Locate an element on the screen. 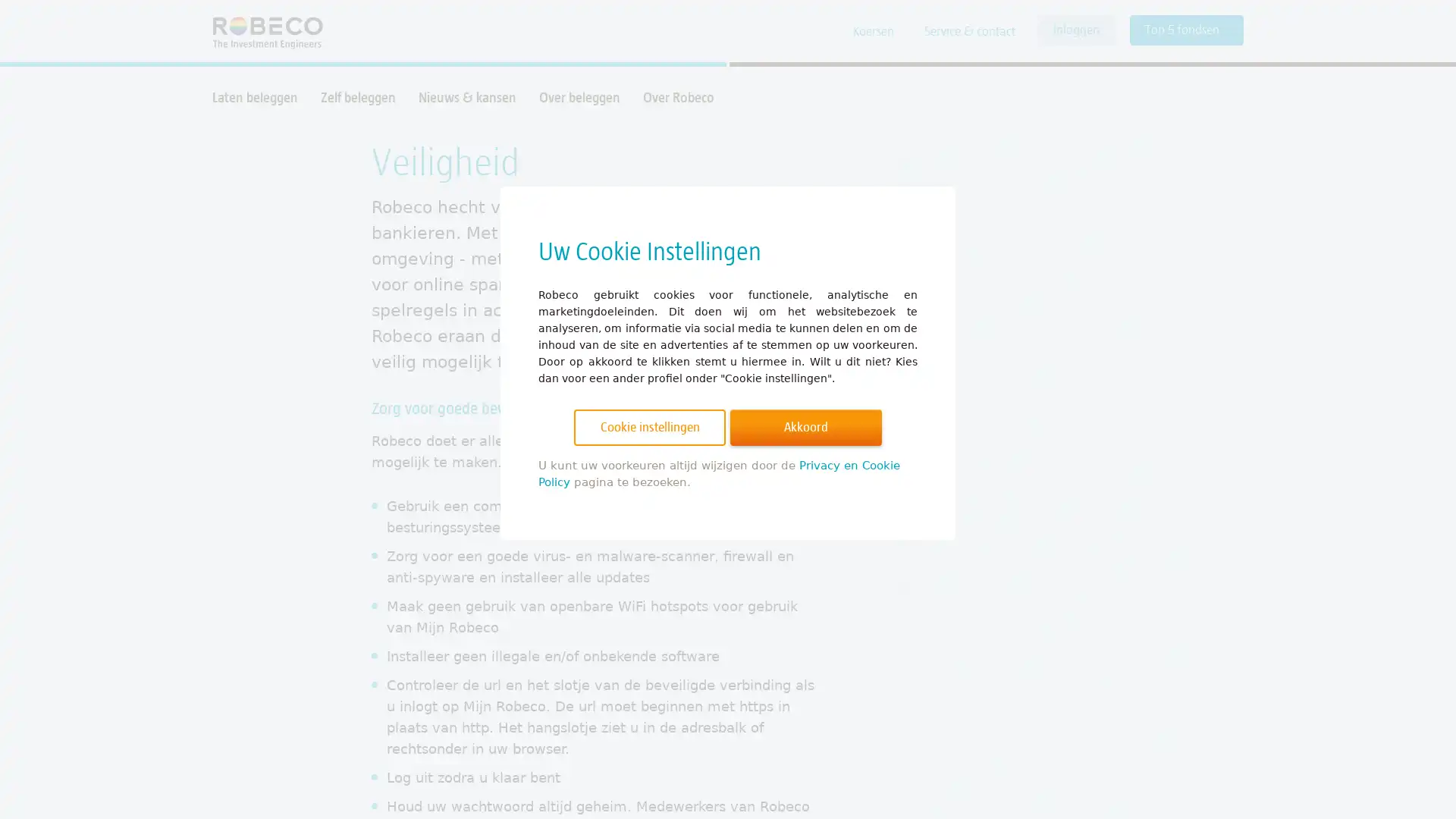 The width and height of the screenshot is (1456, 819). Laten beleggen is located at coordinates (255, 97).